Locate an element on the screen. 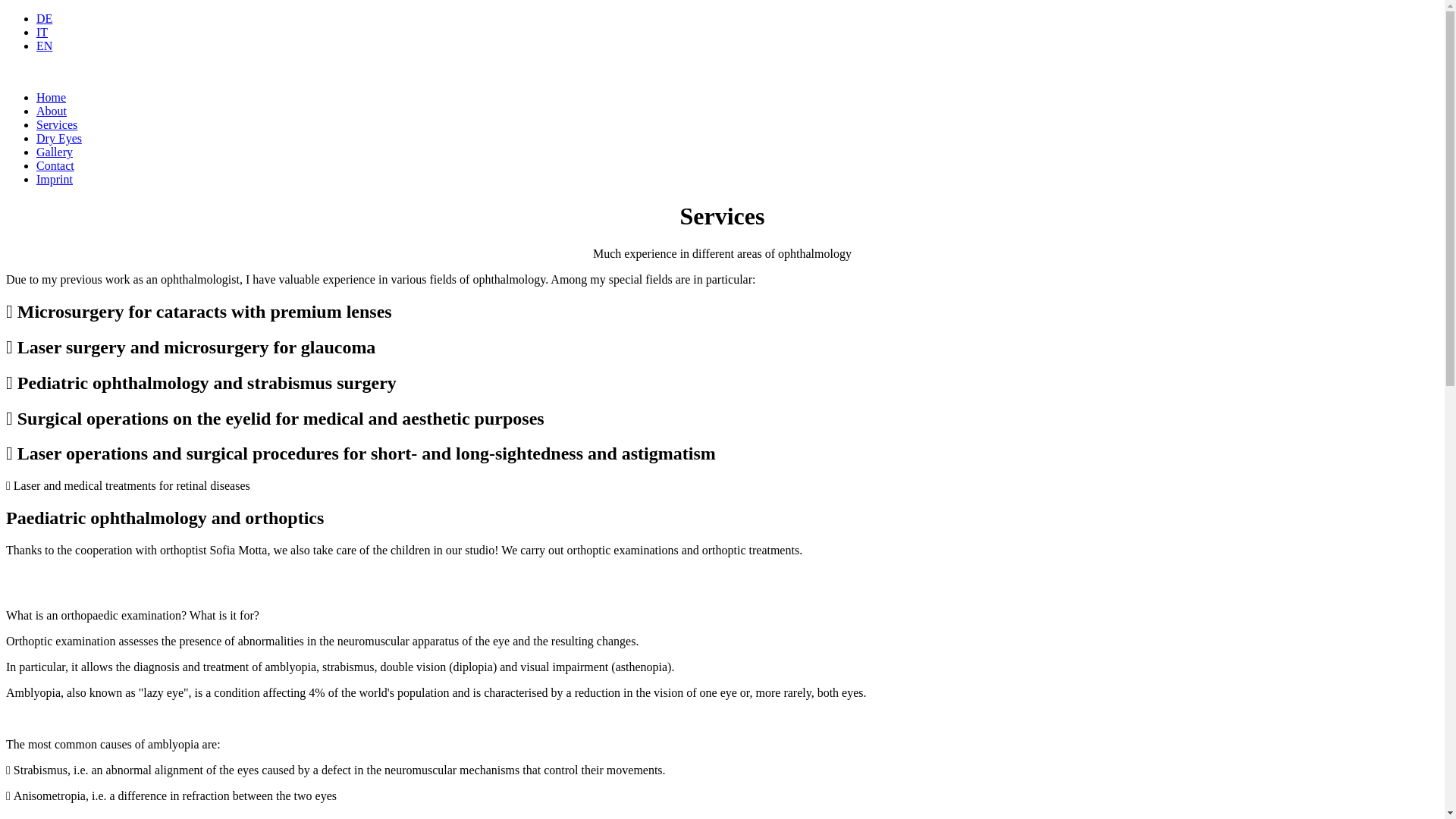 The image size is (1456, 819). 'About' is located at coordinates (51, 110).